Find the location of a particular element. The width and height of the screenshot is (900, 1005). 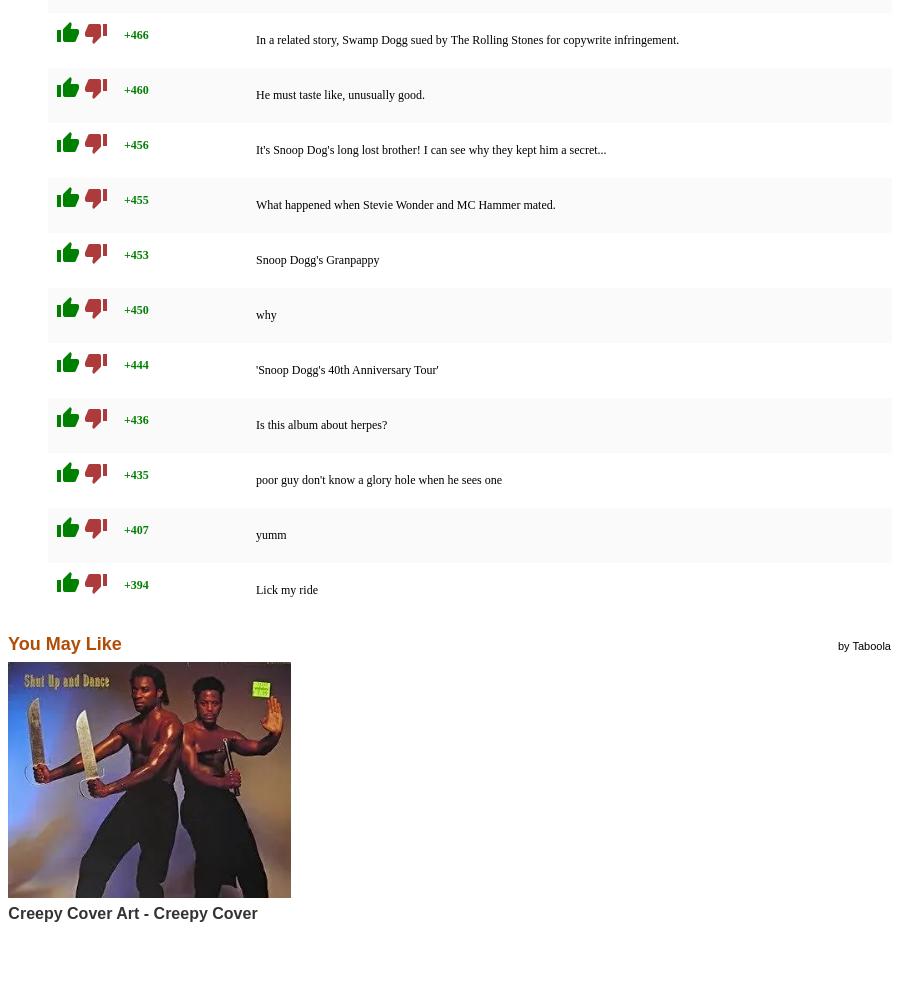

'+444' is located at coordinates (135, 364).